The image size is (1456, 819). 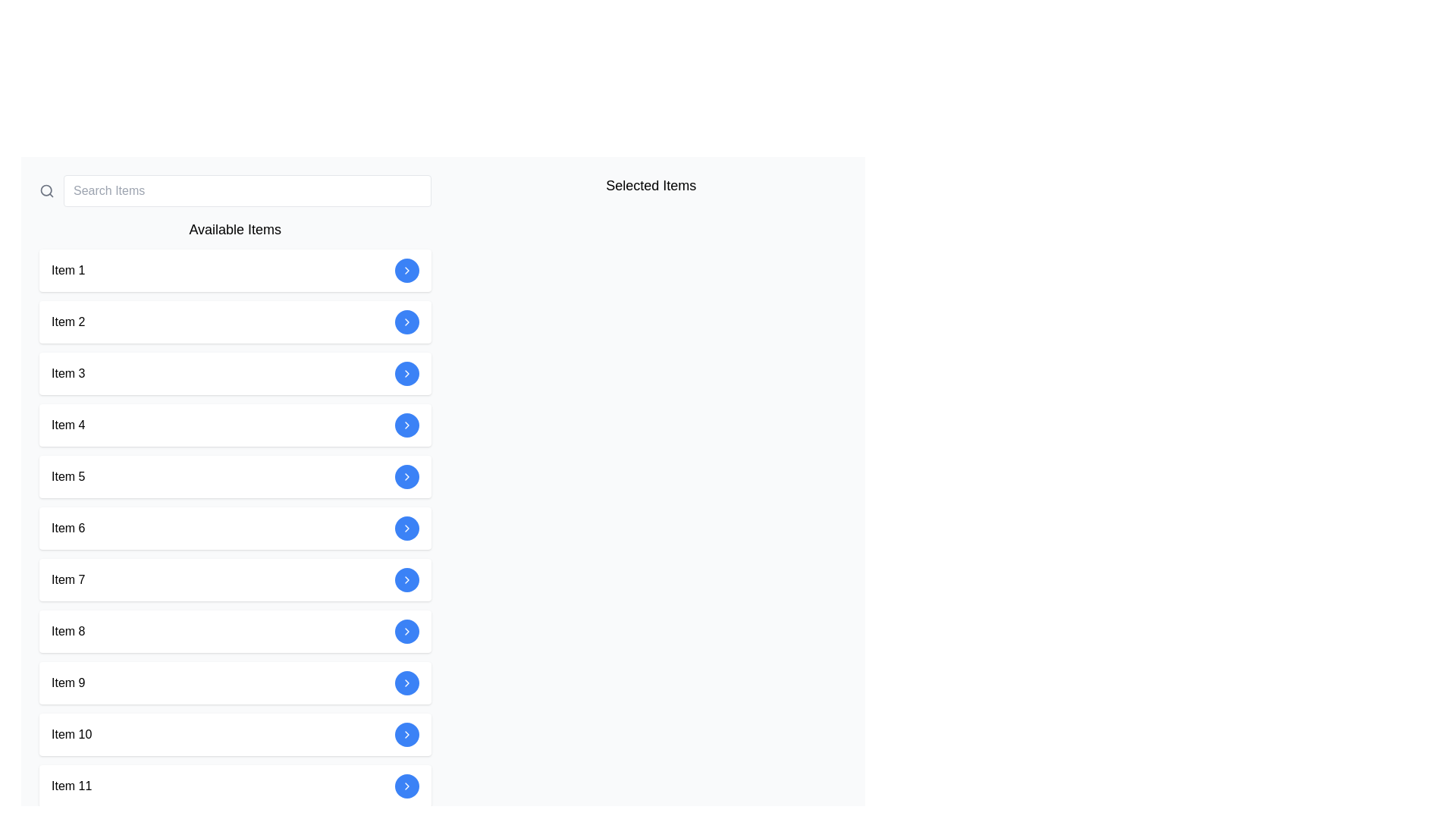 I want to click on the blue circular button with a white arrow on the right side of the List Item labeled 'Item 7' to proceed, so click(x=234, y=579).